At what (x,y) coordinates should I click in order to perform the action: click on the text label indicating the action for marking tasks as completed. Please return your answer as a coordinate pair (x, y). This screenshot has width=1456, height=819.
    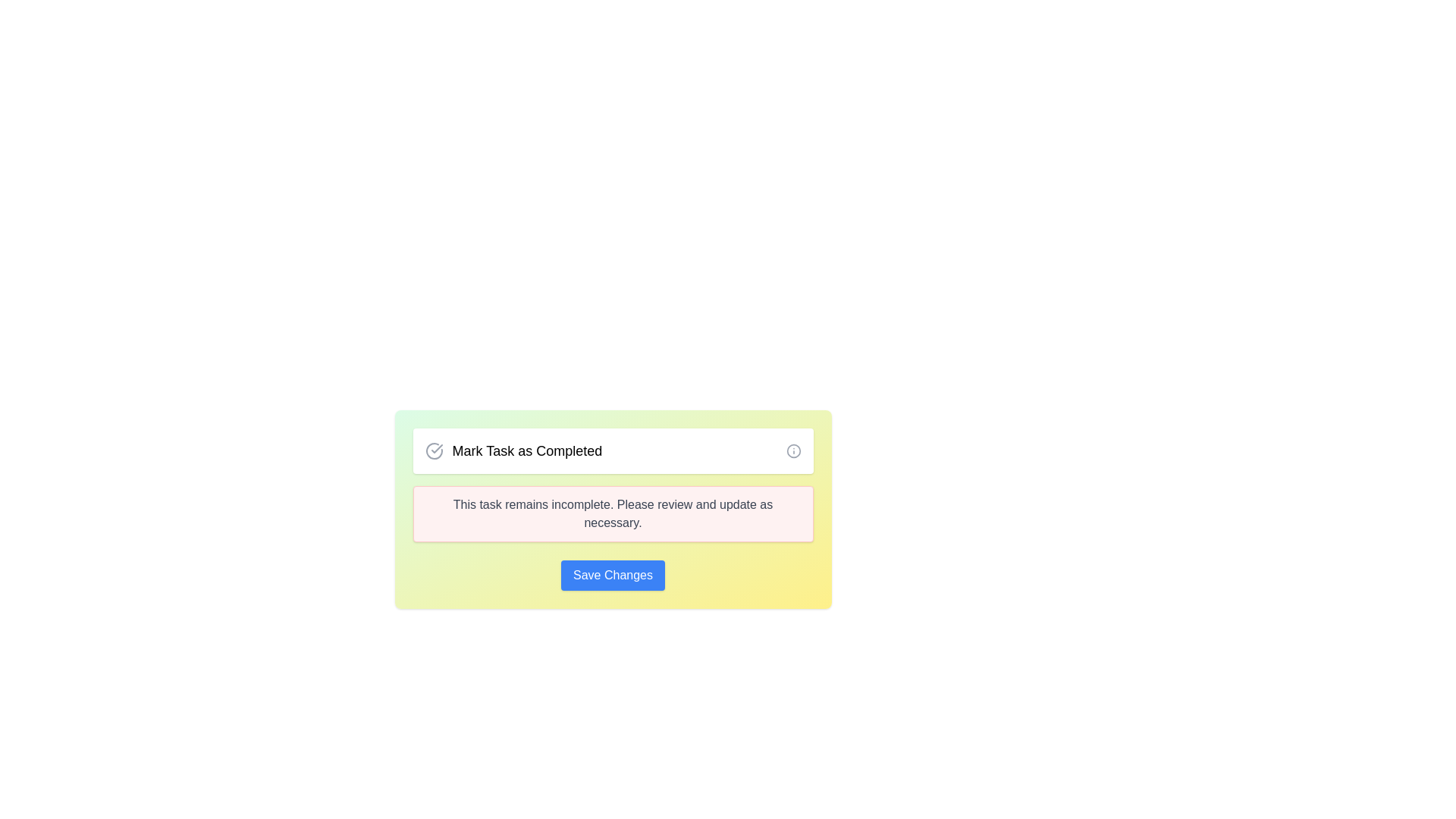
    Looking at the image, I should click on (513, 450).